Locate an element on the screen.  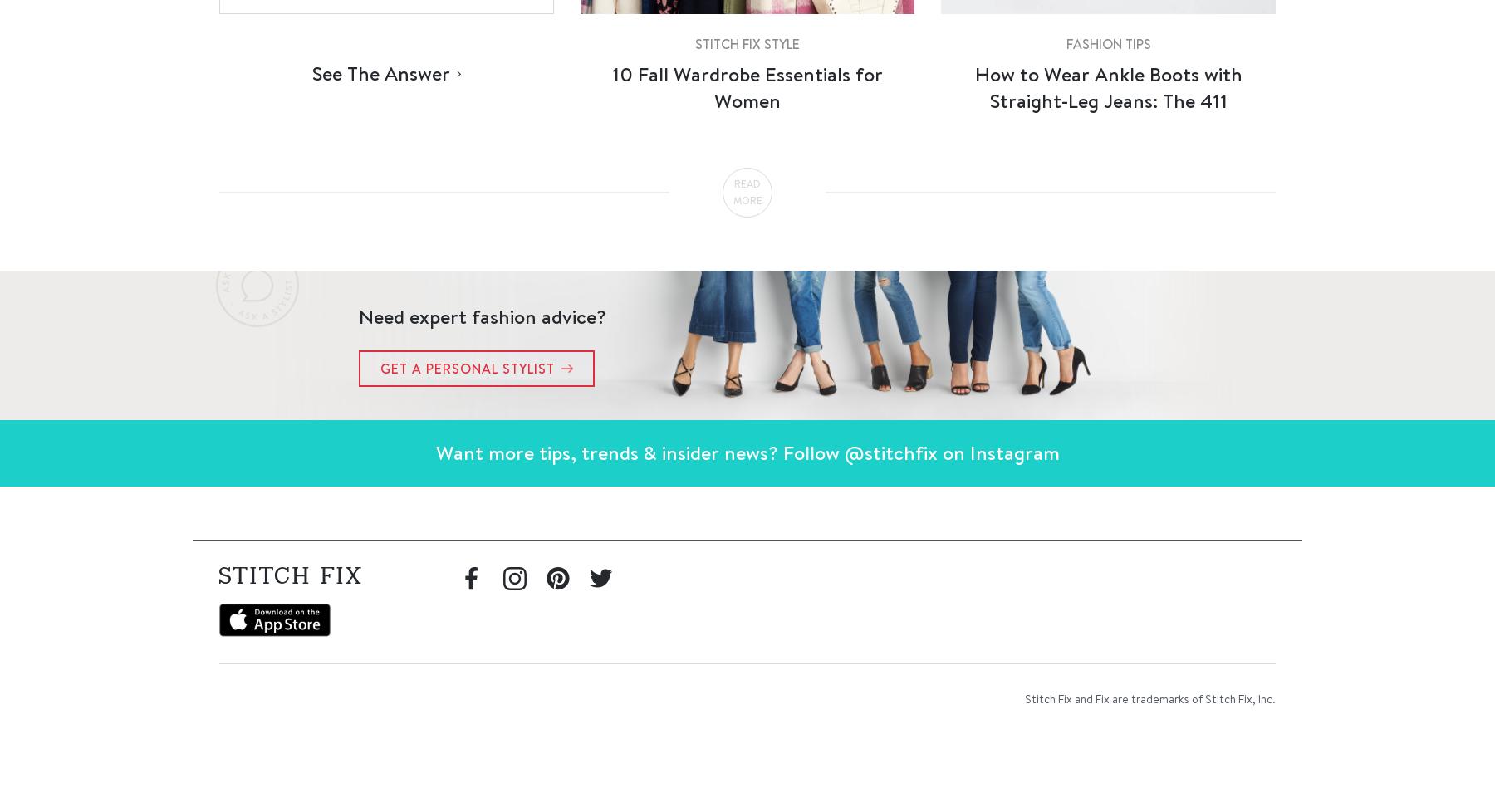
'Need expert fashion advice?' is located at coordinates (483, 315).